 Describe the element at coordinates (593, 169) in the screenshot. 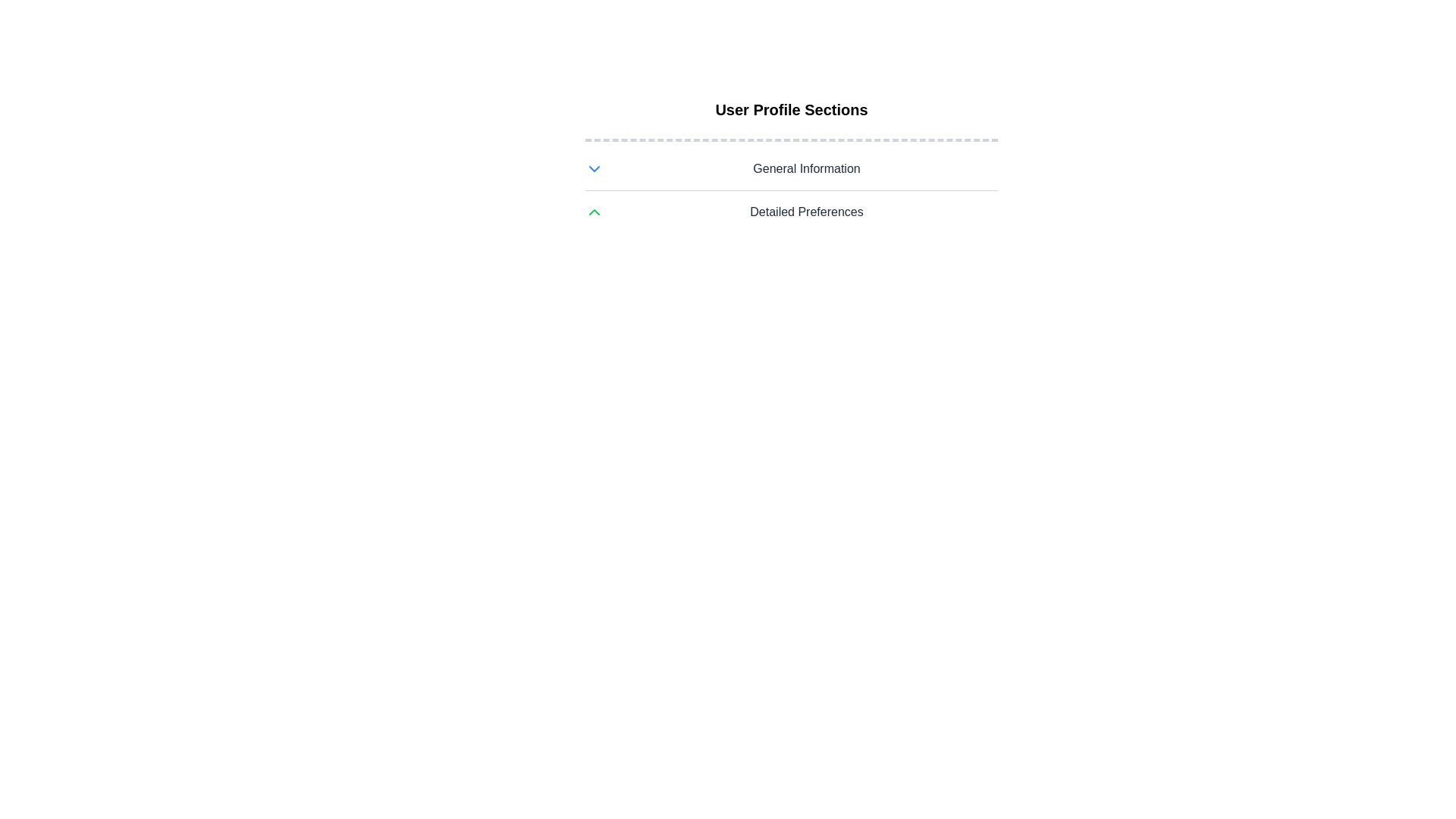

I see `the toggle icon` at that location.